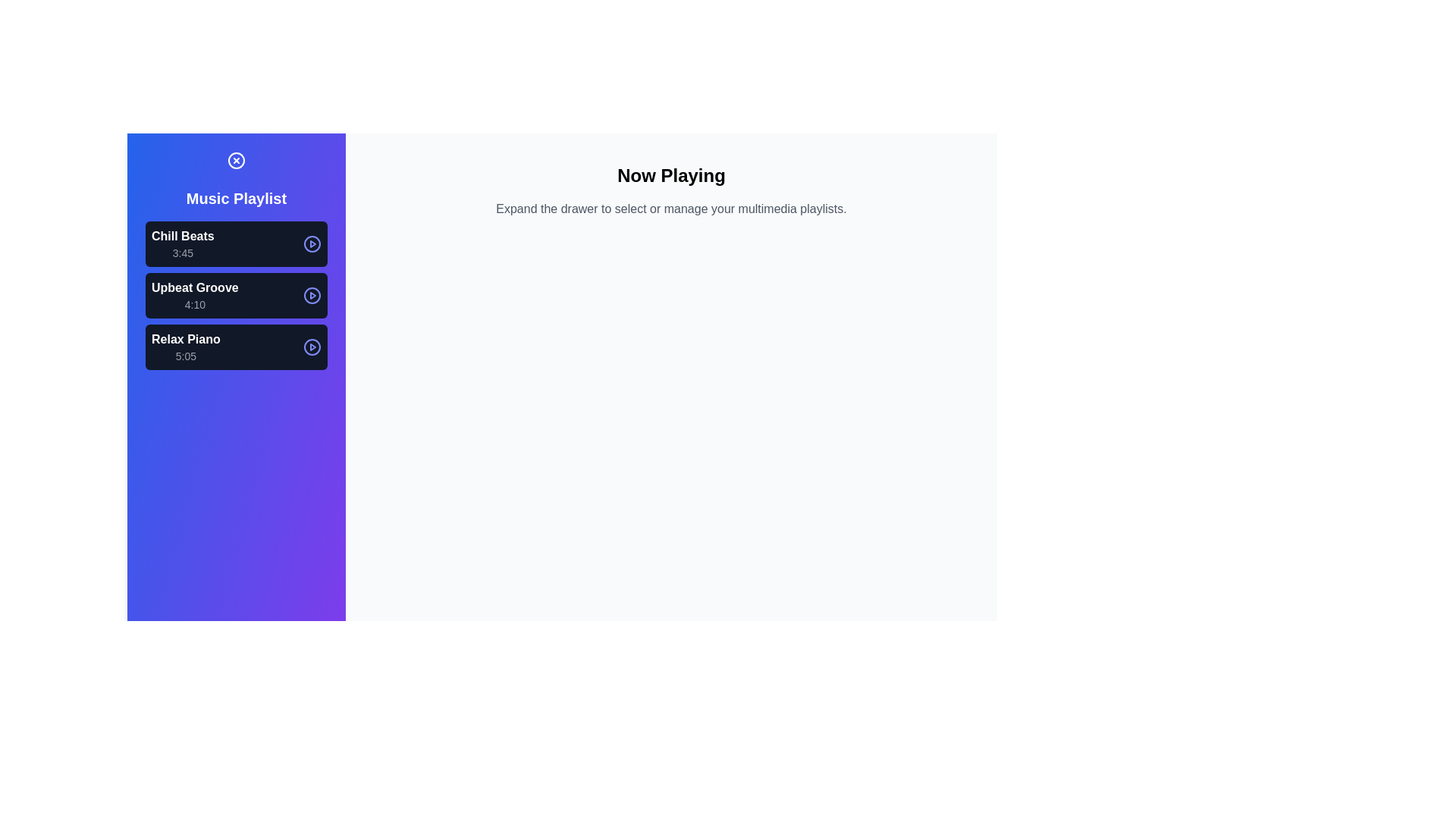 Image resolution: width=1456 pixels, height=819 pixels. What do you see at coordinates (312, 295) in the screenshot?
I see `the play/pause button for the track Upbeat Groove` at bounding box center [312, 295].